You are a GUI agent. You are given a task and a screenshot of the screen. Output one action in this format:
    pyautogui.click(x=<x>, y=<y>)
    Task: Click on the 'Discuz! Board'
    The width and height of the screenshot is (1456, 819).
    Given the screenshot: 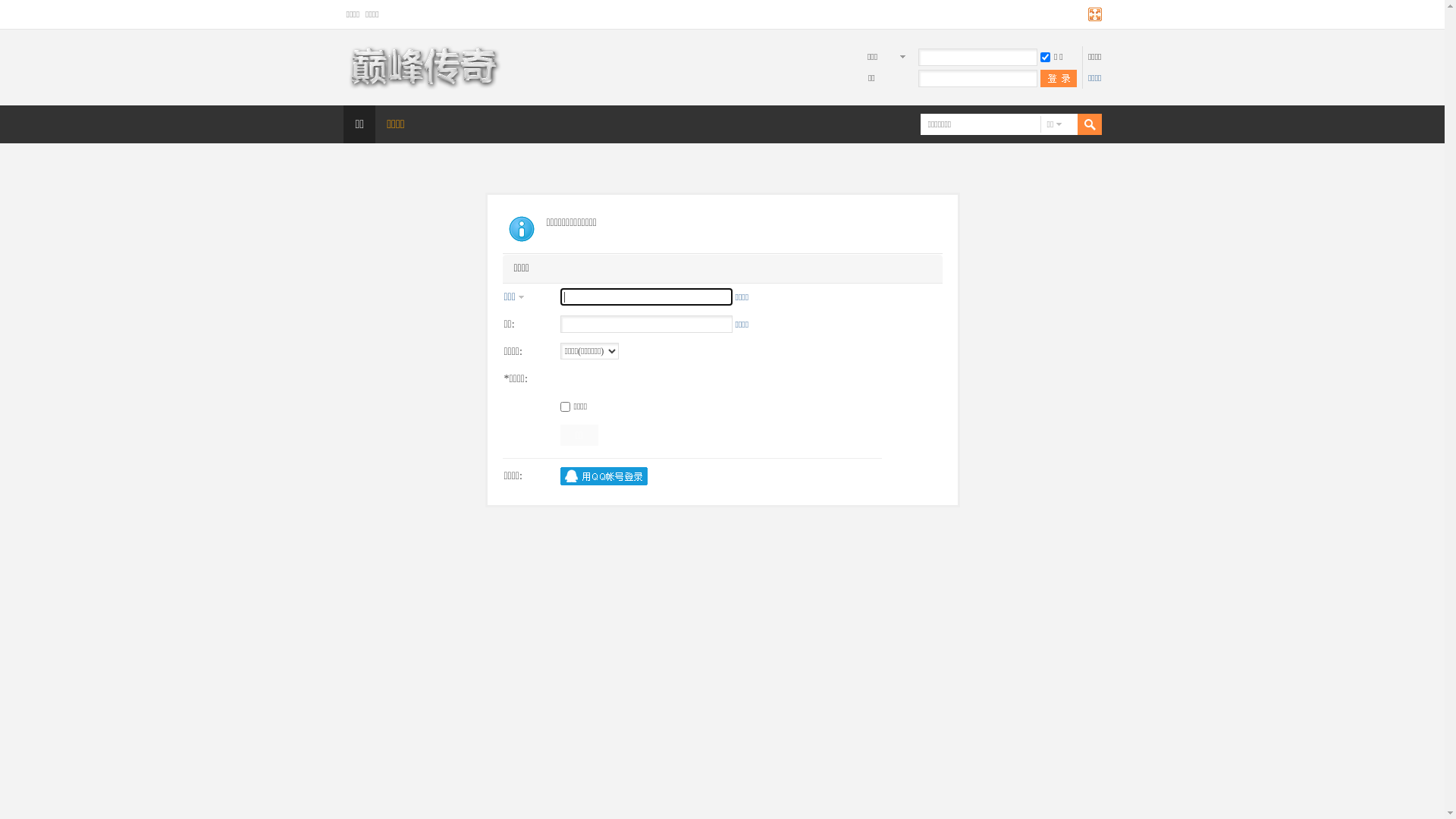 What is the action you would take?
    pyautogui.click(x=422, y=87)
    